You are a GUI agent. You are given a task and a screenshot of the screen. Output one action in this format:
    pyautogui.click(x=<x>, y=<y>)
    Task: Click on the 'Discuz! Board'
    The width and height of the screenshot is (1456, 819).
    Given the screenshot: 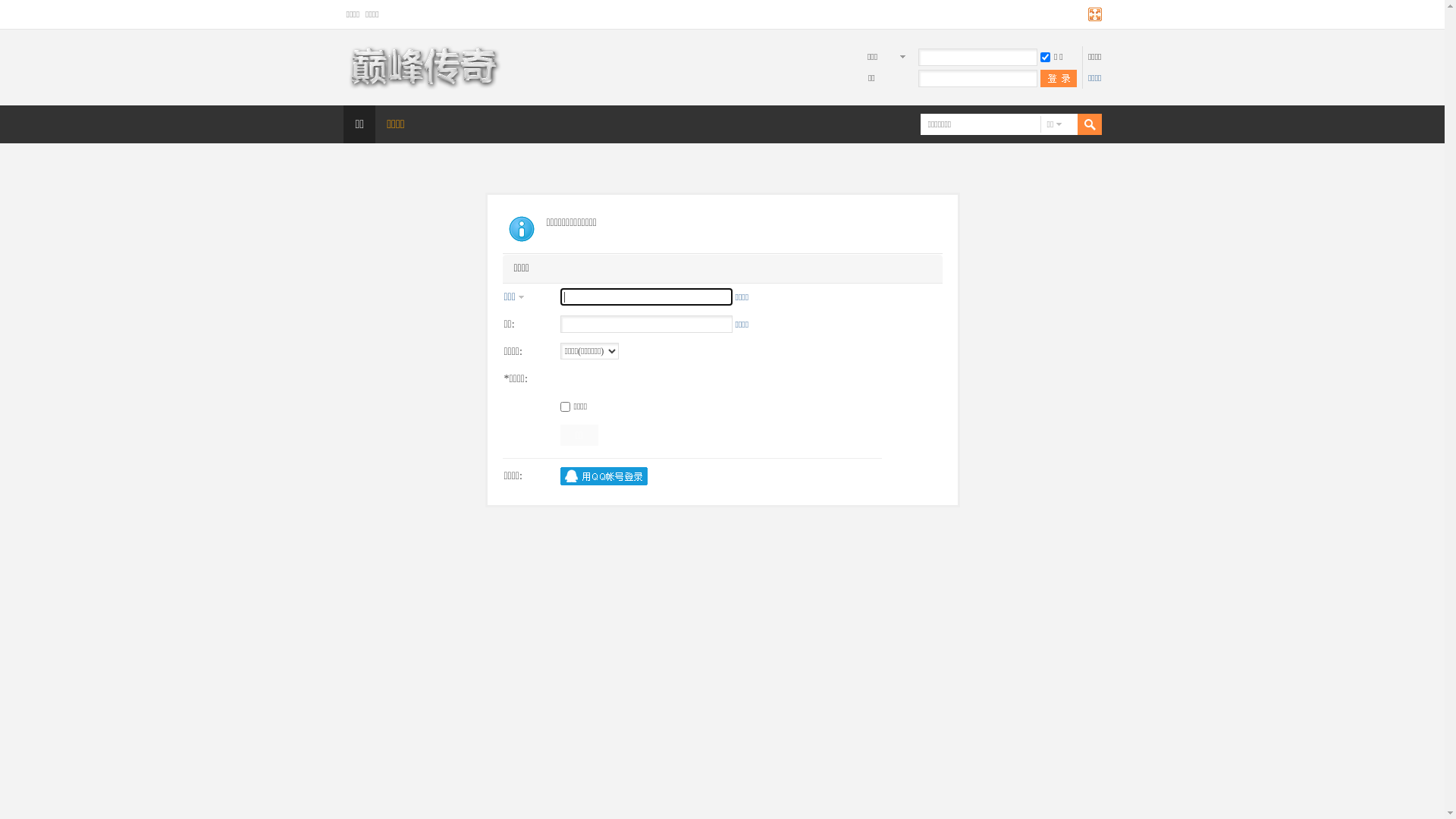 What is the action you would take?
    pyautogui.click(x=422, y=87)
    